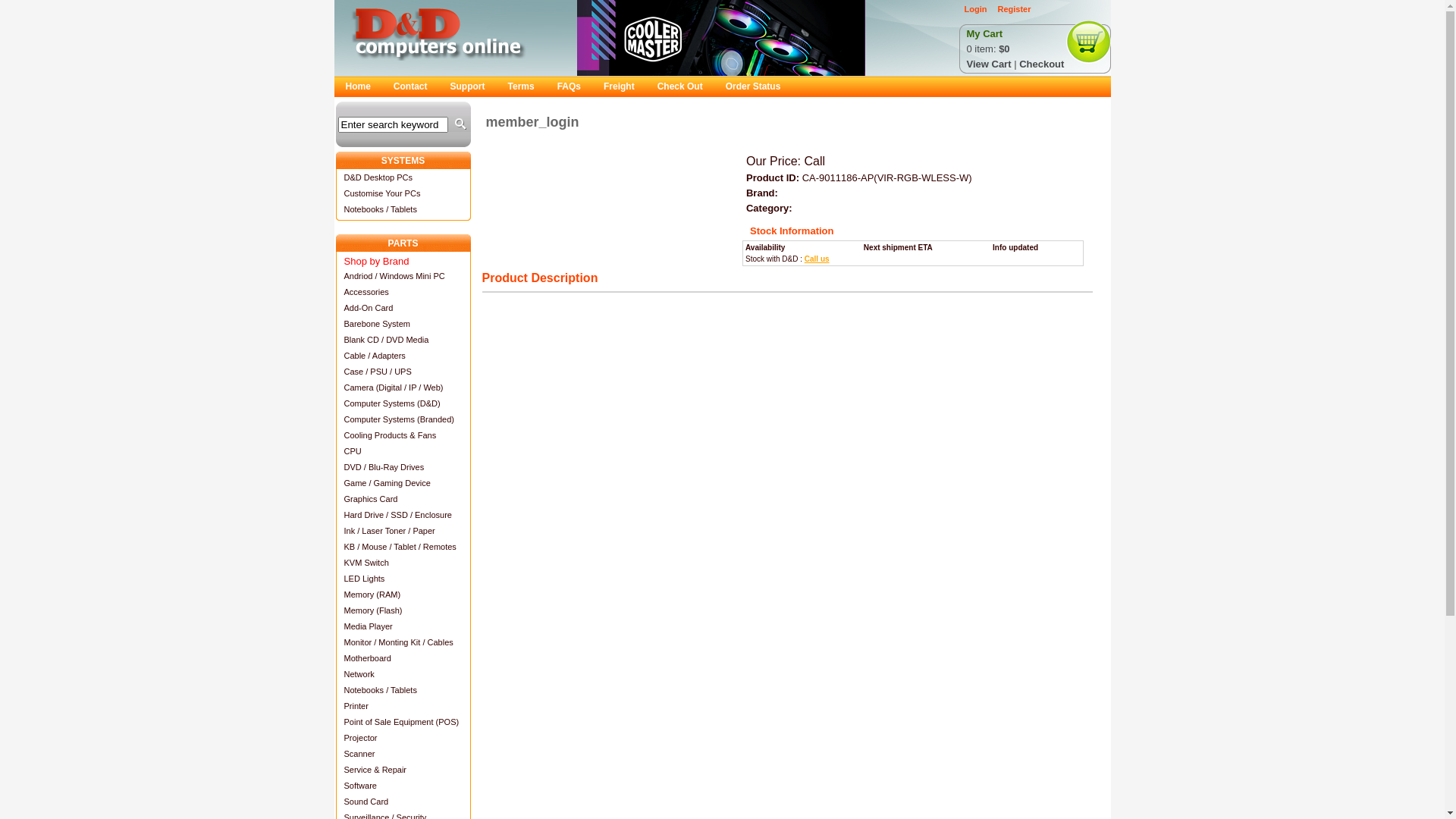  I want to click on 'Checkout', so click(1019, 63).